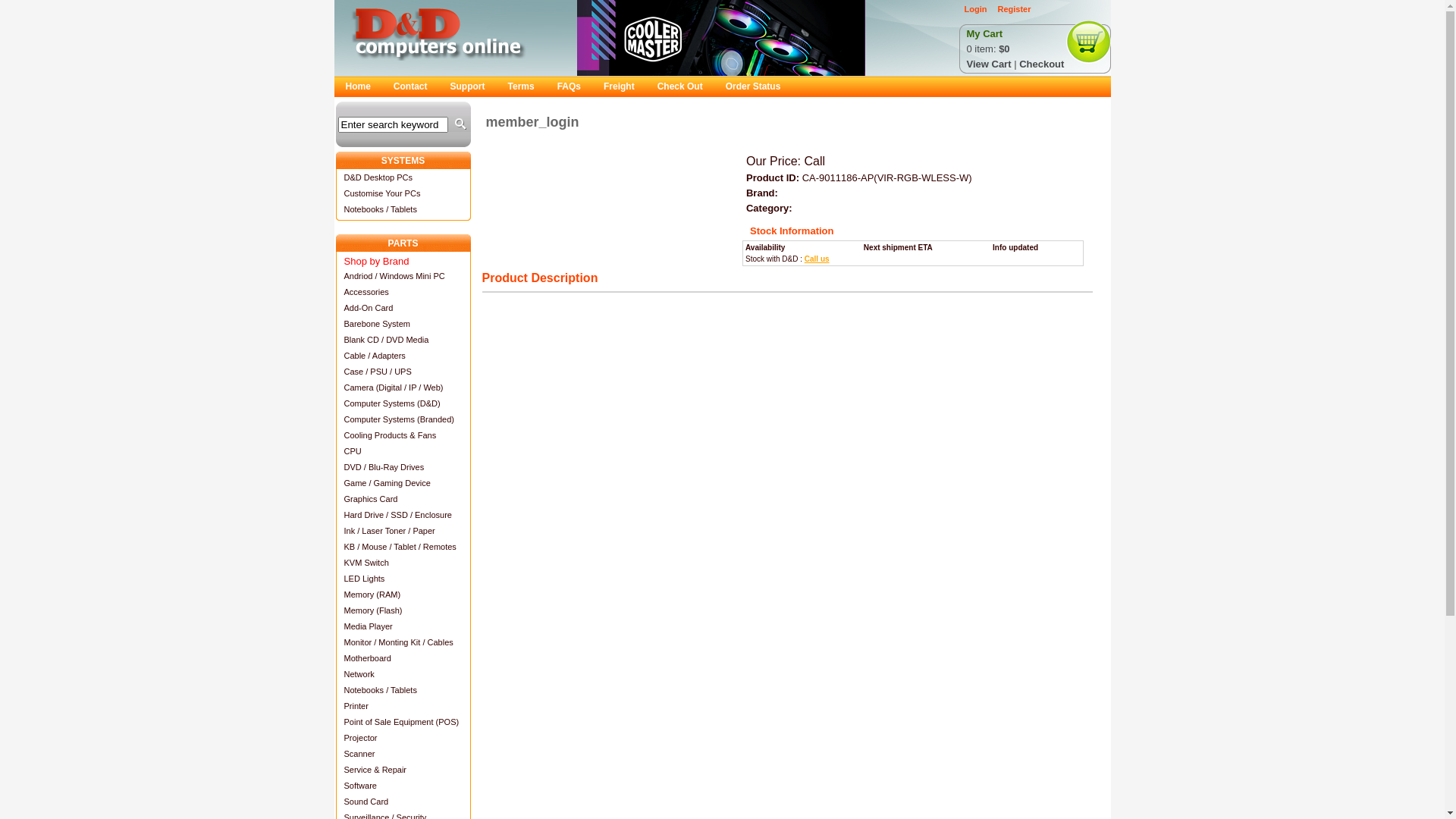  I want to click on 'Checkout', so click(1019, 63).